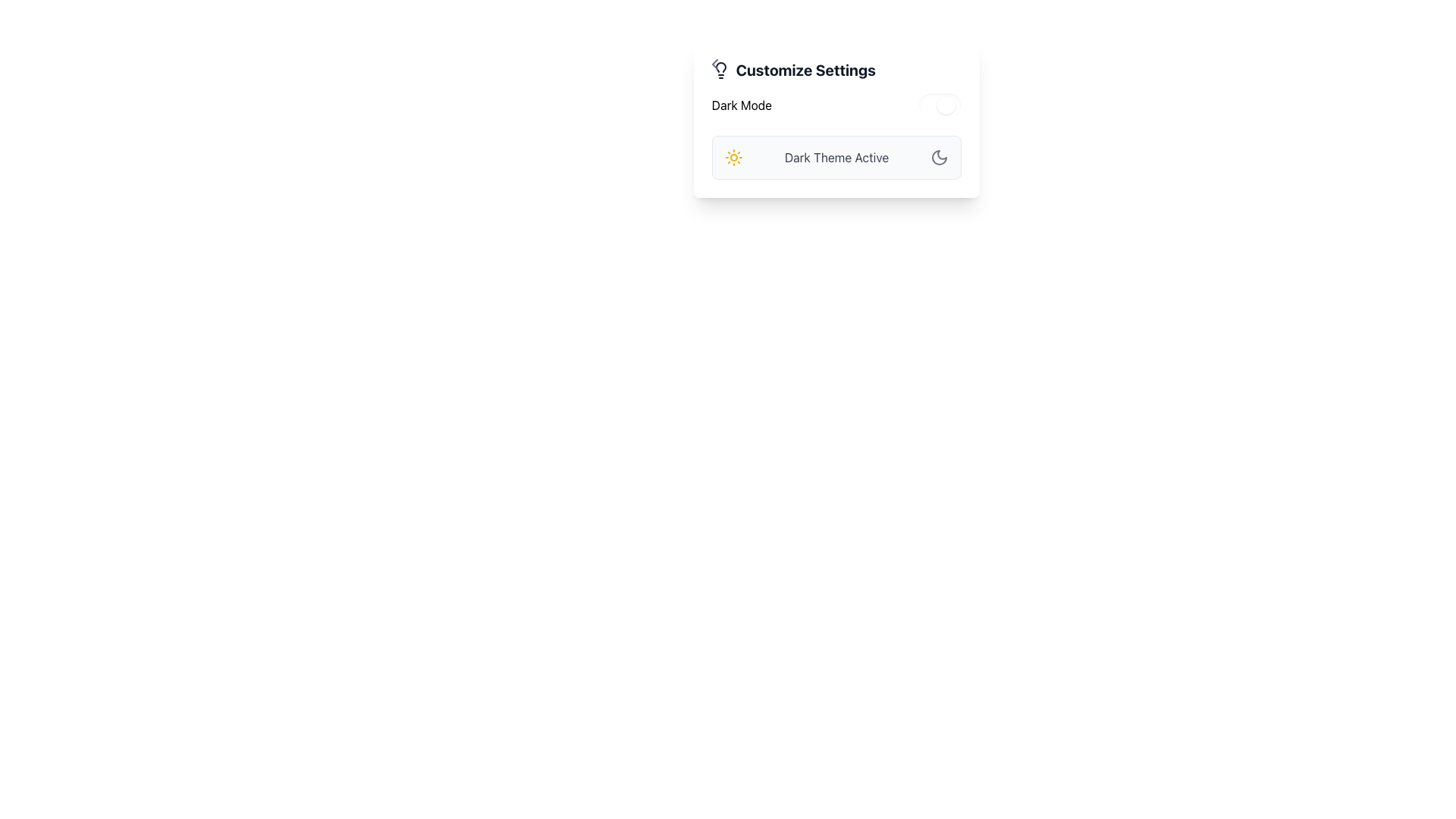 This screenshot has height=819, width=1456. What do you see at coordinates (714, 62) in the screenshot?
I see `the back navigation button located at the top-left of the 'Customize Settings' card to change its color` at bounding box center [714, 62].